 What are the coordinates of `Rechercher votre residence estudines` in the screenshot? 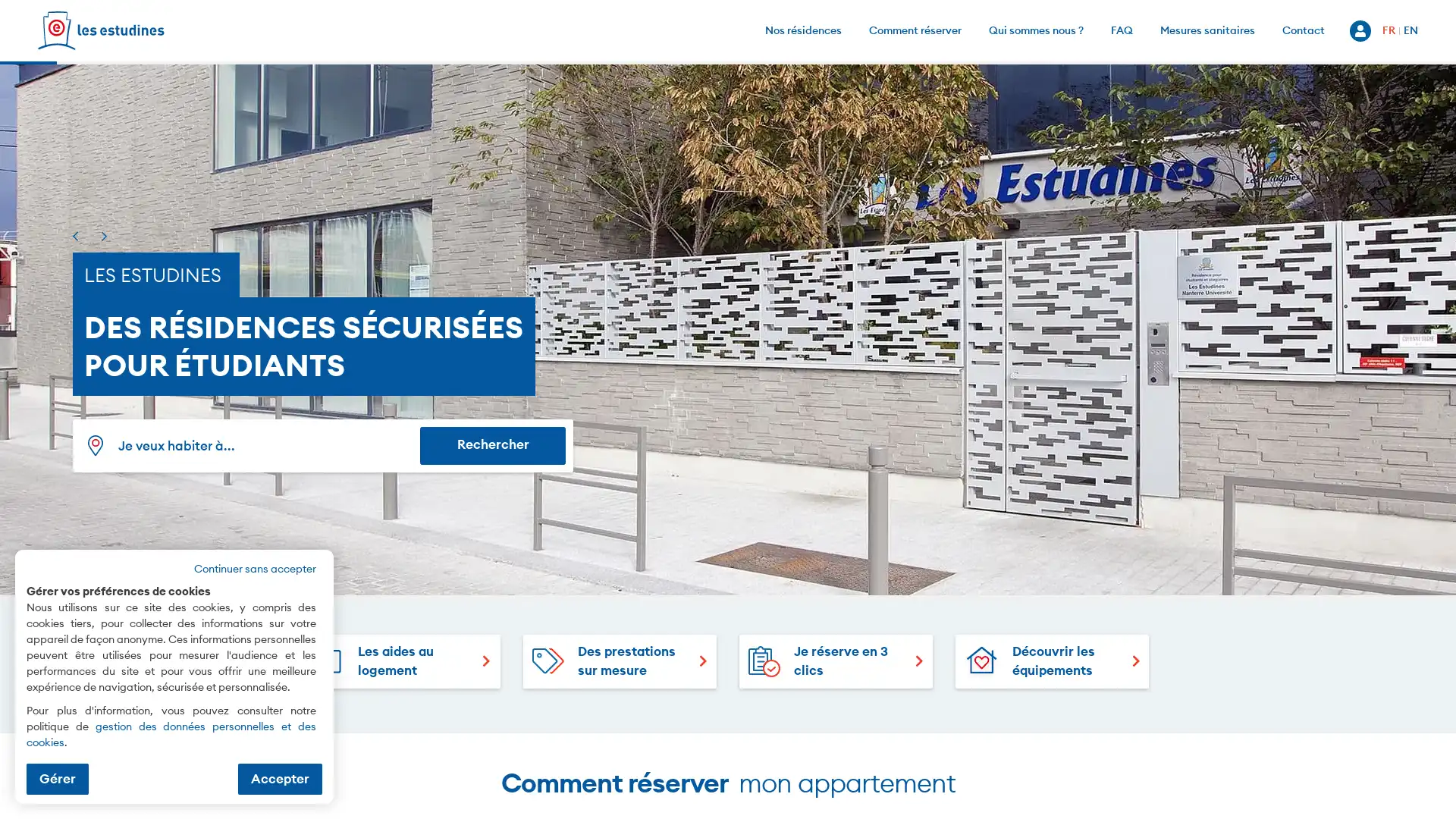 It's located at (492, 444).